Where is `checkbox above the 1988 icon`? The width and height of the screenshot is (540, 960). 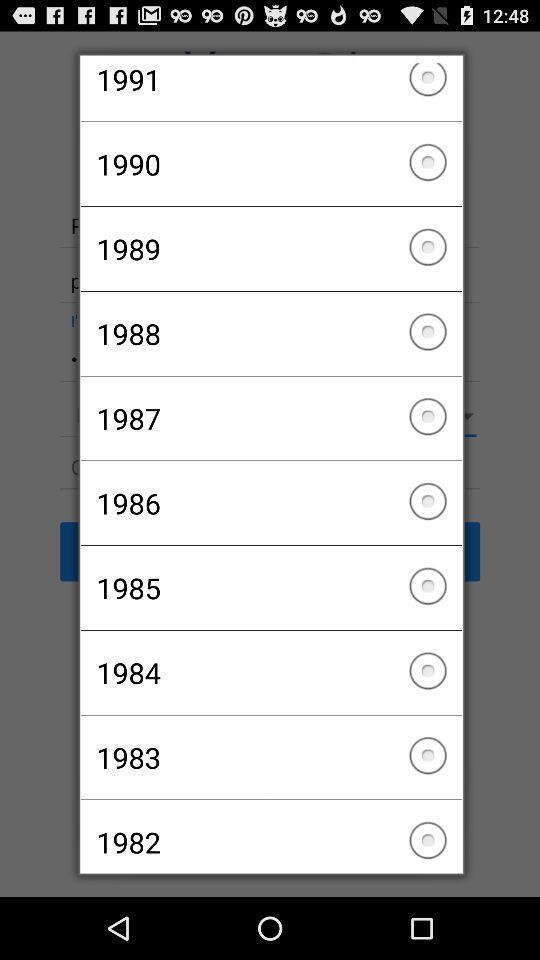
checkbox above the 1988 icon is located at coordinates (270, 248).